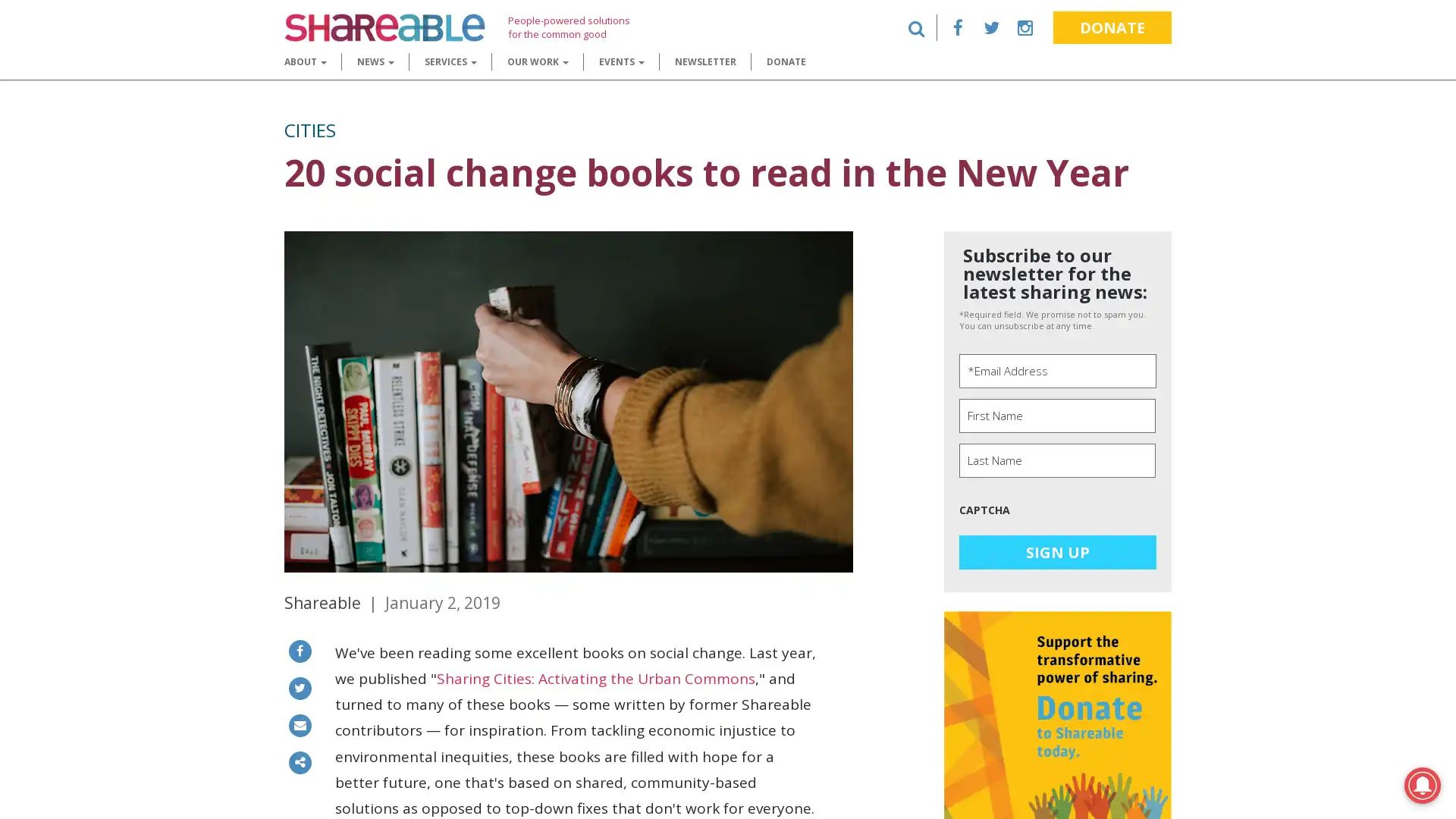 This screenshot has width=1456, height=819. I want to click on Menu Close, so click(18, 24).